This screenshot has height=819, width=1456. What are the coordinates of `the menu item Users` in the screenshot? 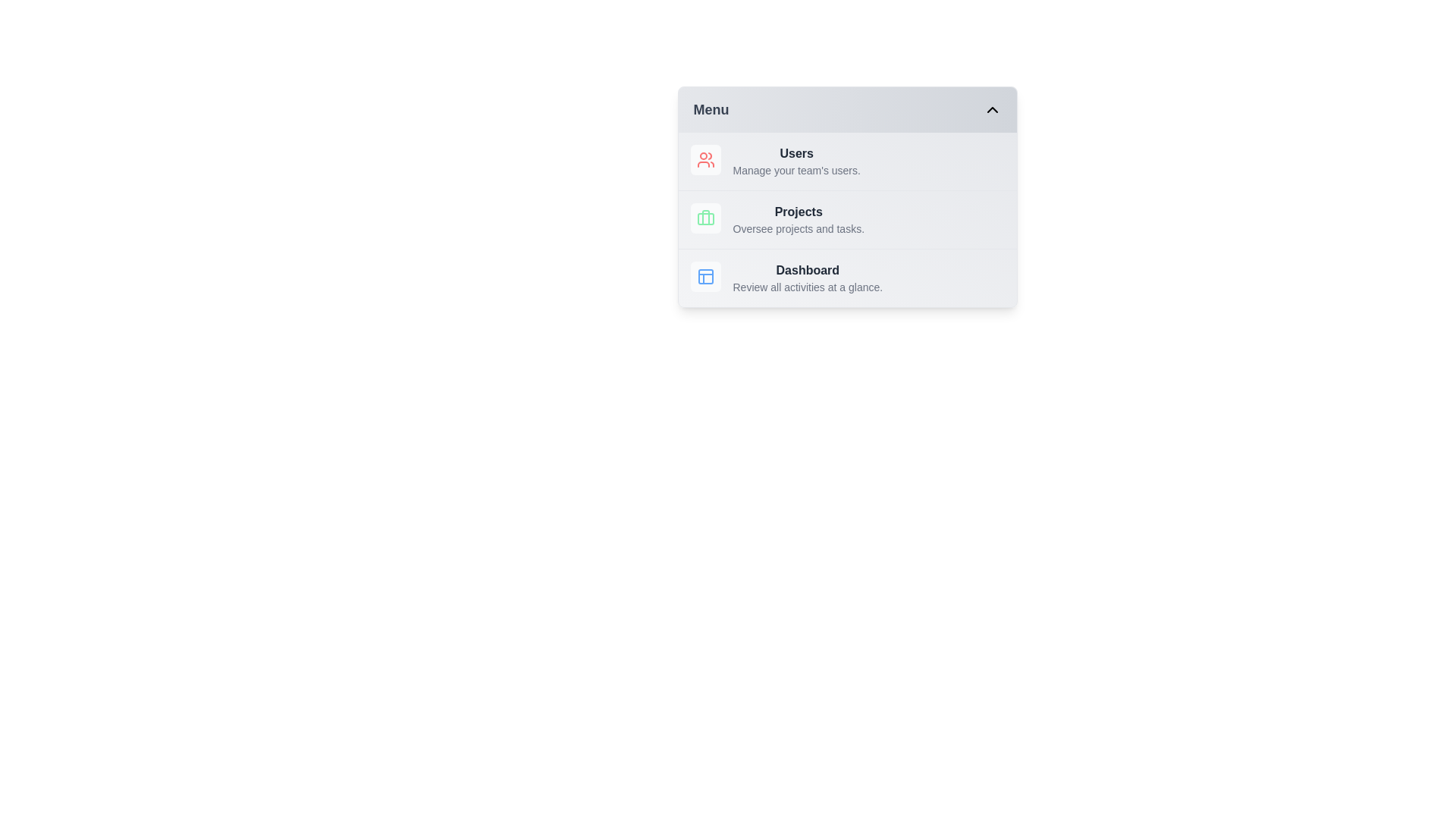 It's located at (846, 161).